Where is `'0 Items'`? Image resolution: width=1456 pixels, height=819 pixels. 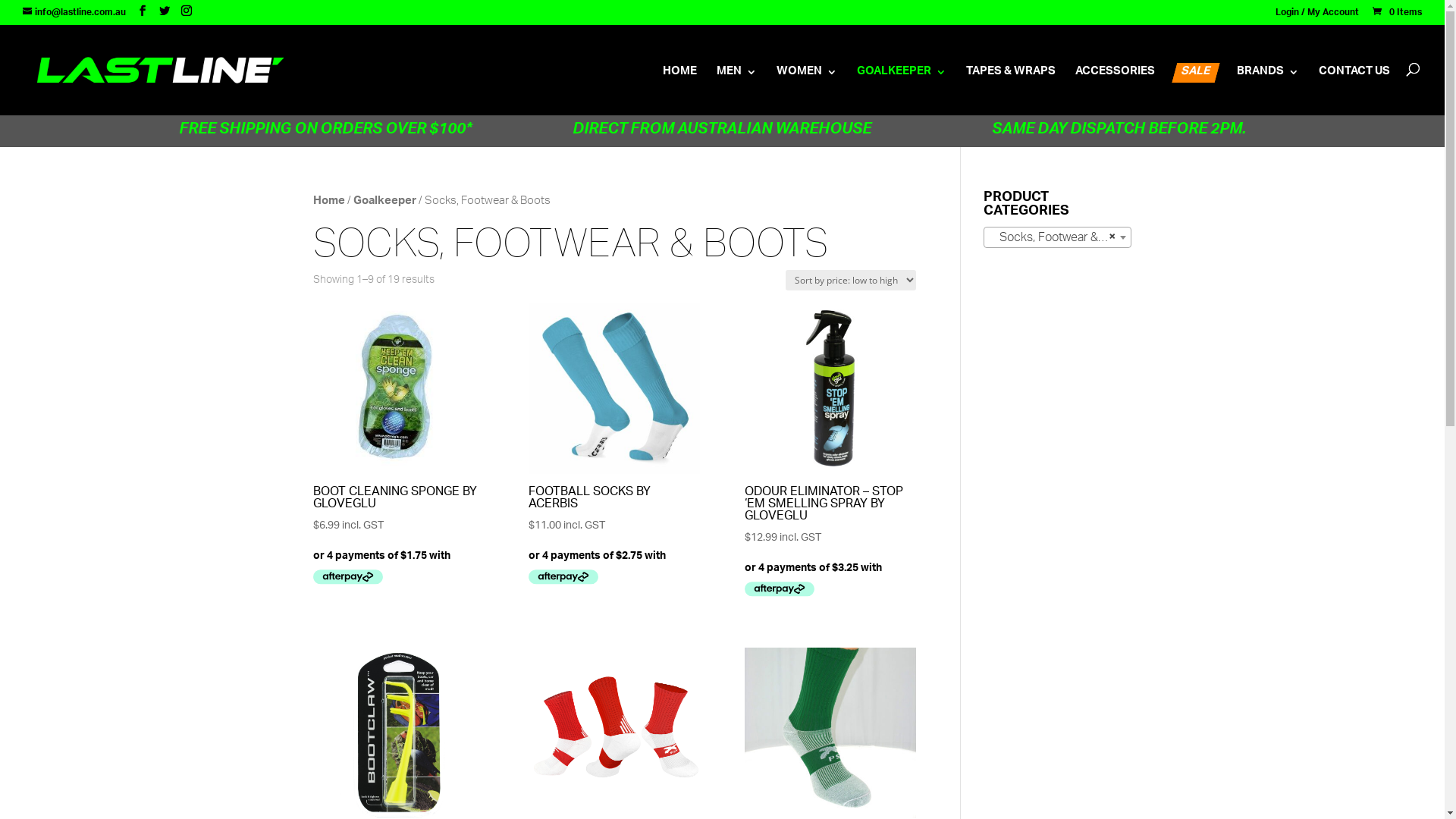 '0 Items' is located at coordinates (1370, 12).